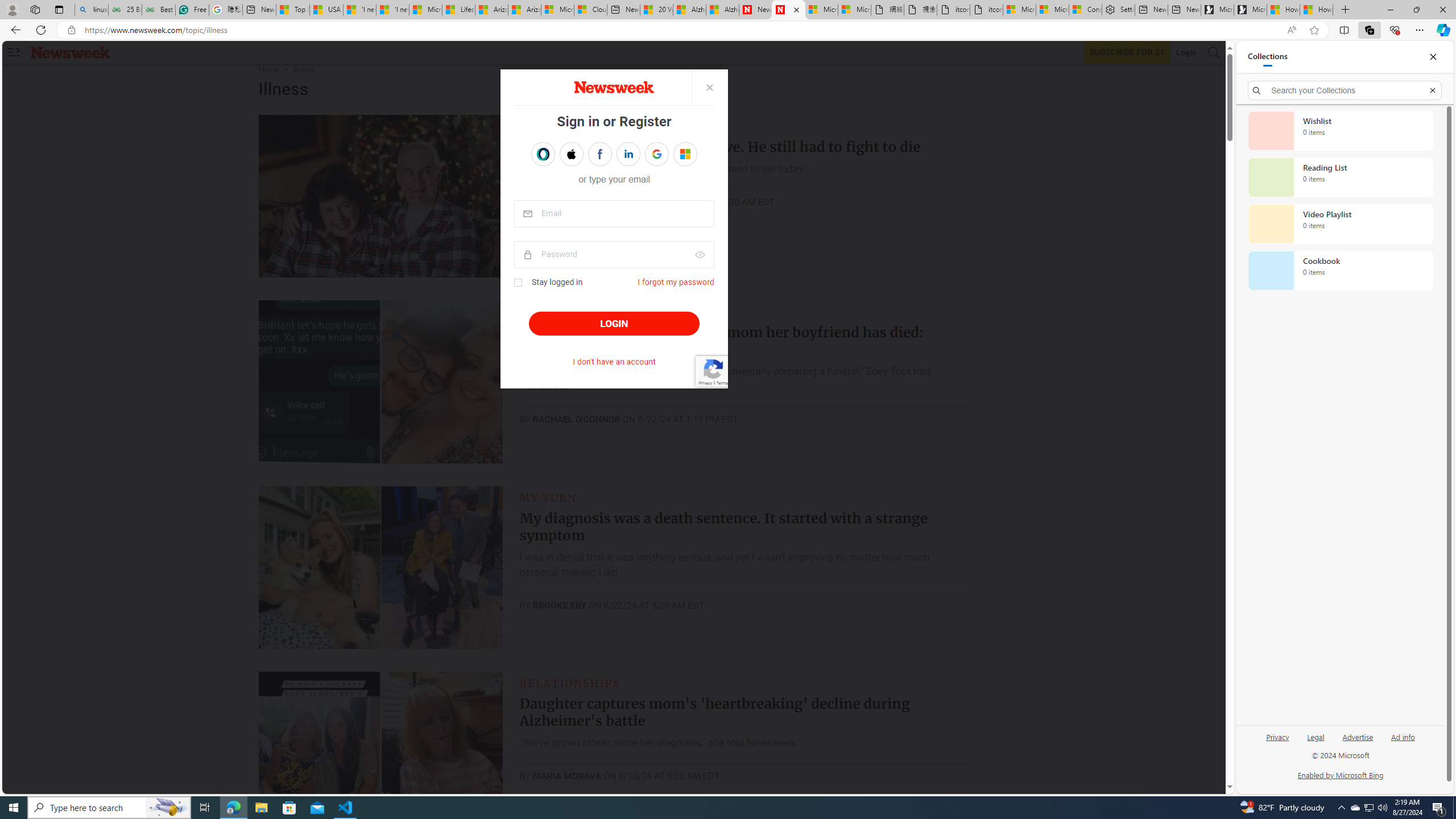  I want to click on 'itconcepthk.com/projector_solutions.mp4', so click(986, 9).